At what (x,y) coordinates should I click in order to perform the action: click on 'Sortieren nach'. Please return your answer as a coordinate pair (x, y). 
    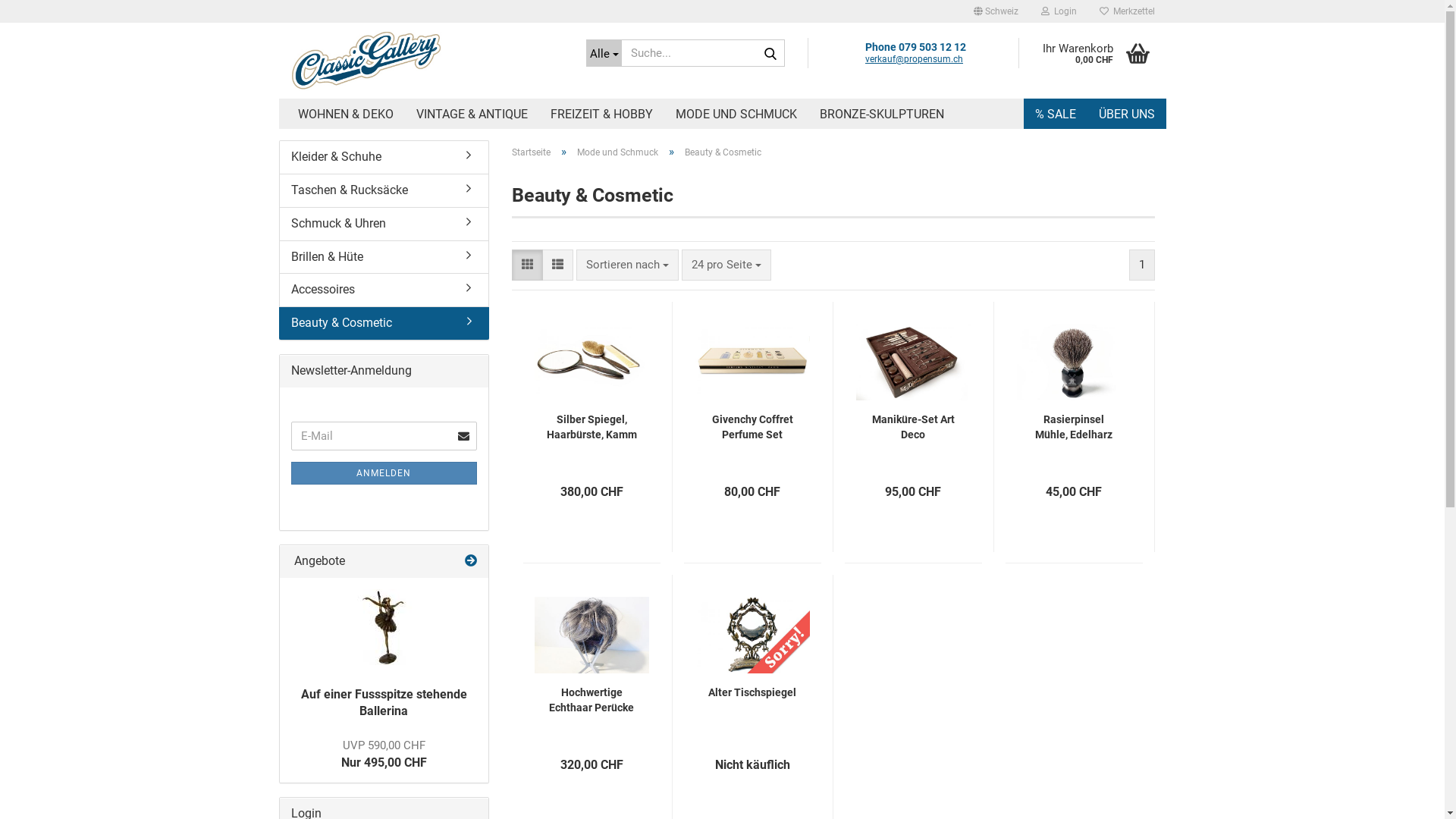
    Looking at the image, I should click on (627, 264).